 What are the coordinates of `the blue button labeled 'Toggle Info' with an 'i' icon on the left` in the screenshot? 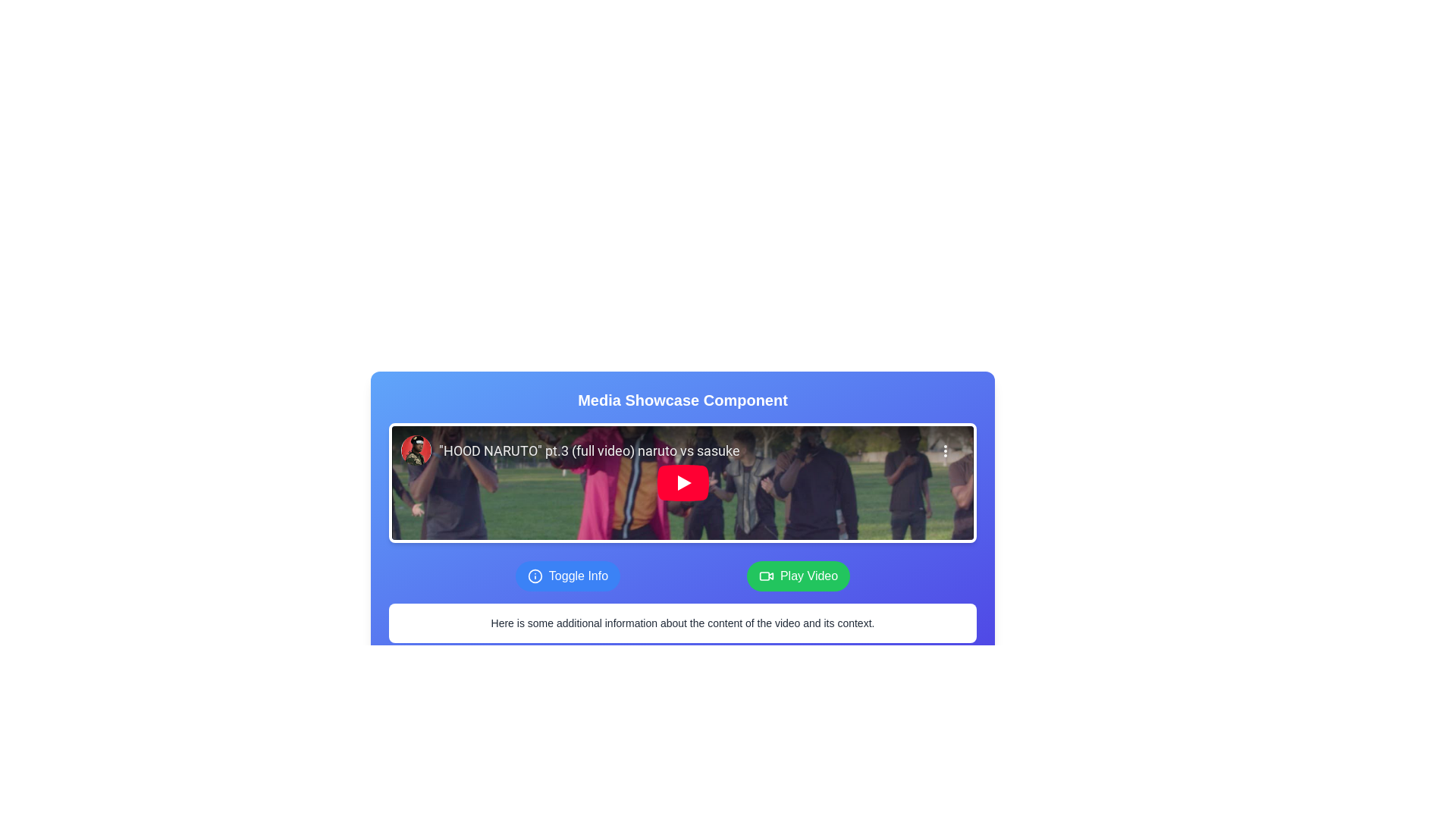 It's located at (566, 576).